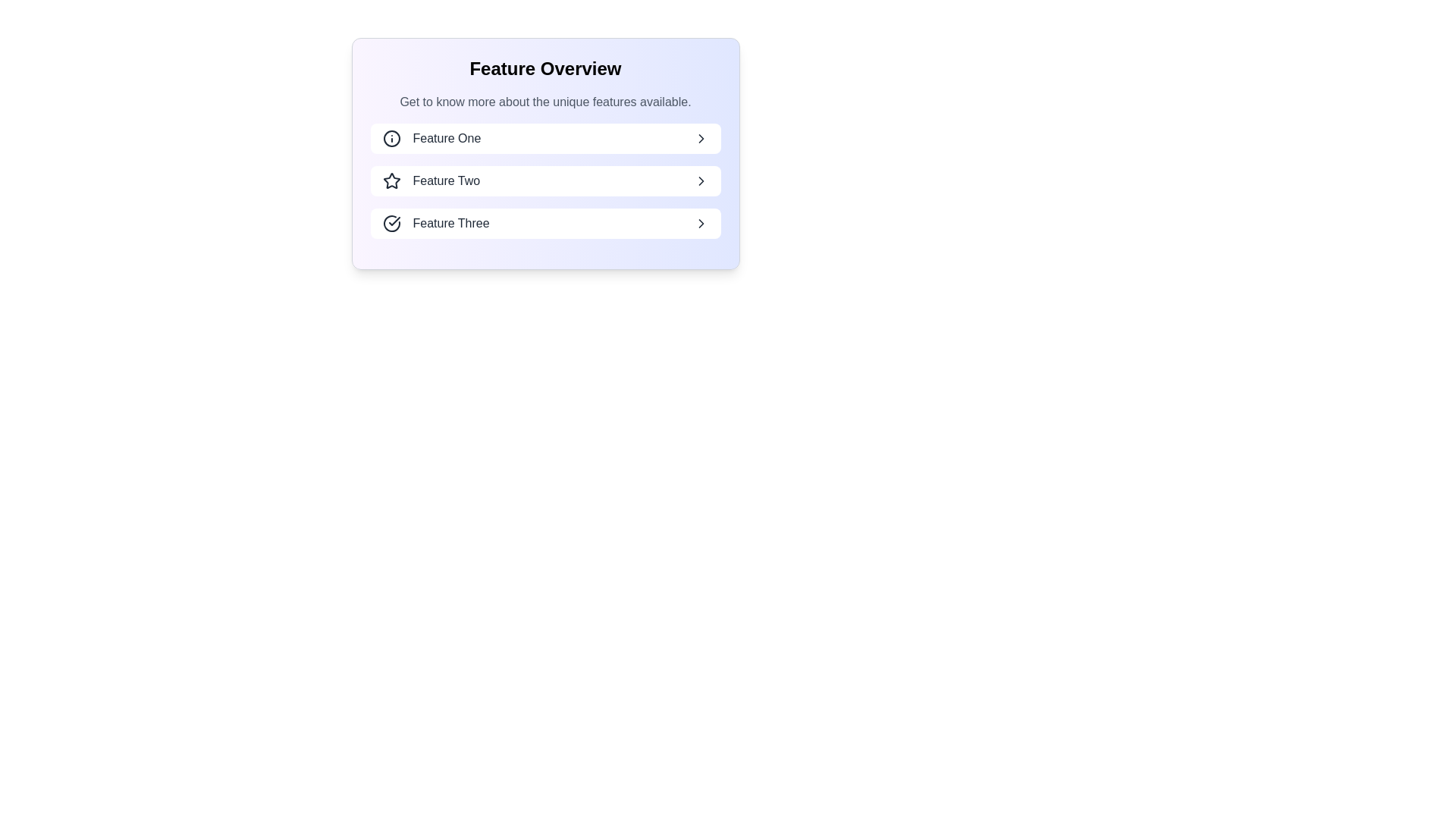 This screenshot has width=1456, height=819. What do you see at coordinates (700, 138) in the screenshot?
I see `the right-pointing chevron icon located at the far right of the 'Feature One' list item in the 'Feature Overview' section` at bounding box center [700, 138].